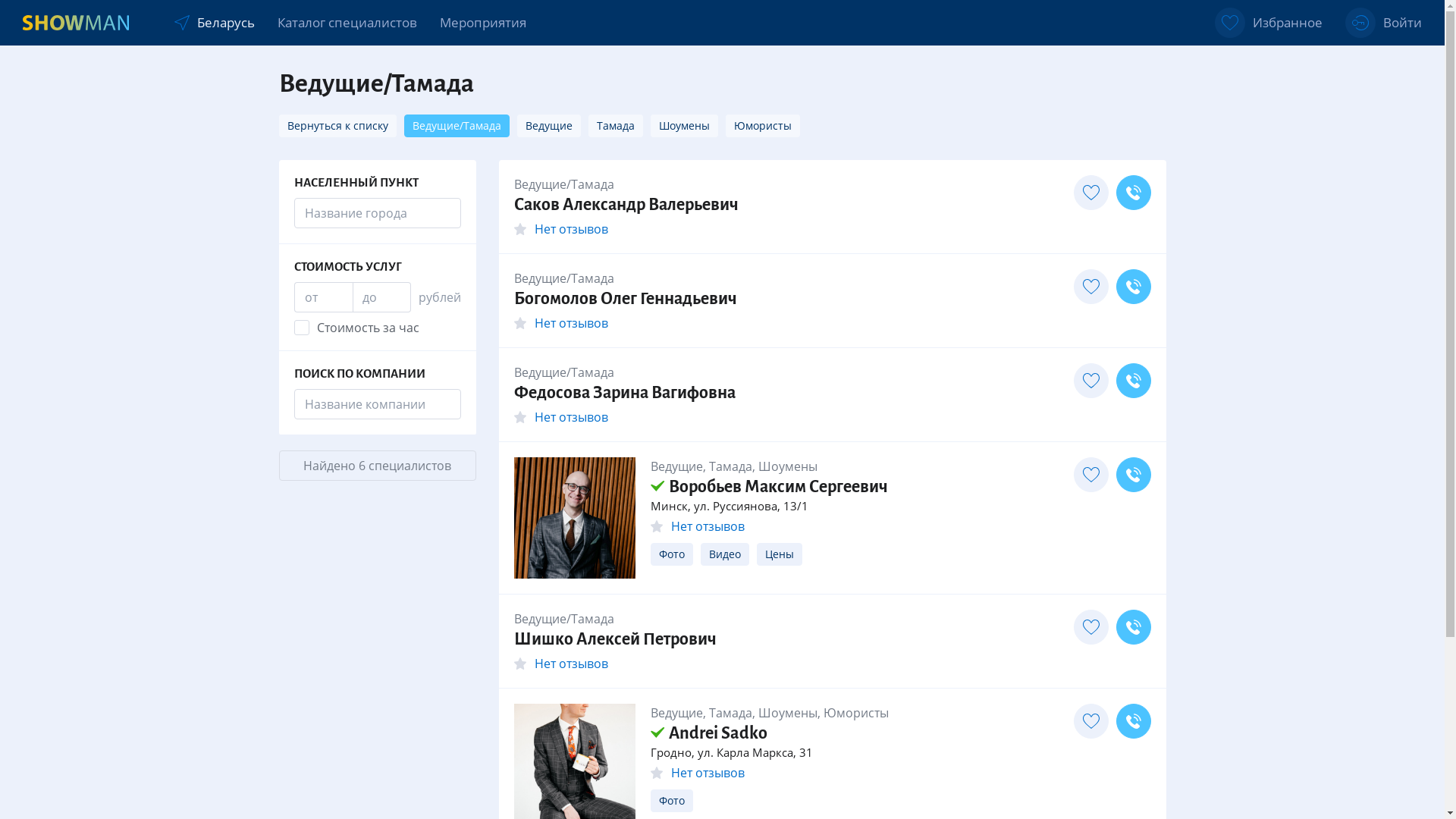 Image resolution: width=1456 pixels, height=819 pixels. What do you see at coordinates (651, 733) in the screenshot?
I see `'Andrei Sadko'` at bounding box center [651, 733].